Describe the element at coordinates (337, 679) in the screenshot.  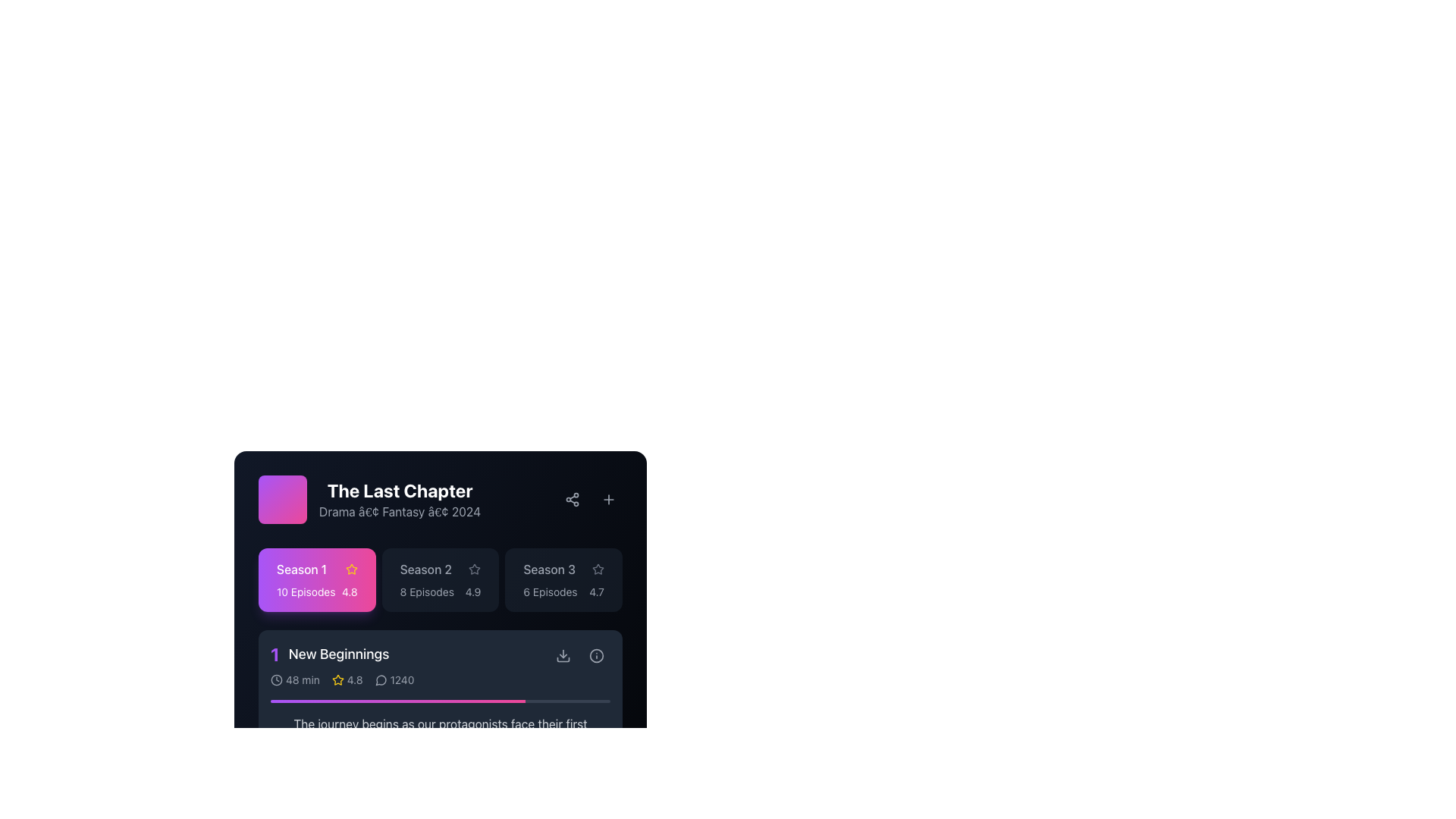
I see `the yellow star icon that indicates the rating status for Season 1 to rate or unrate the season` at that location.